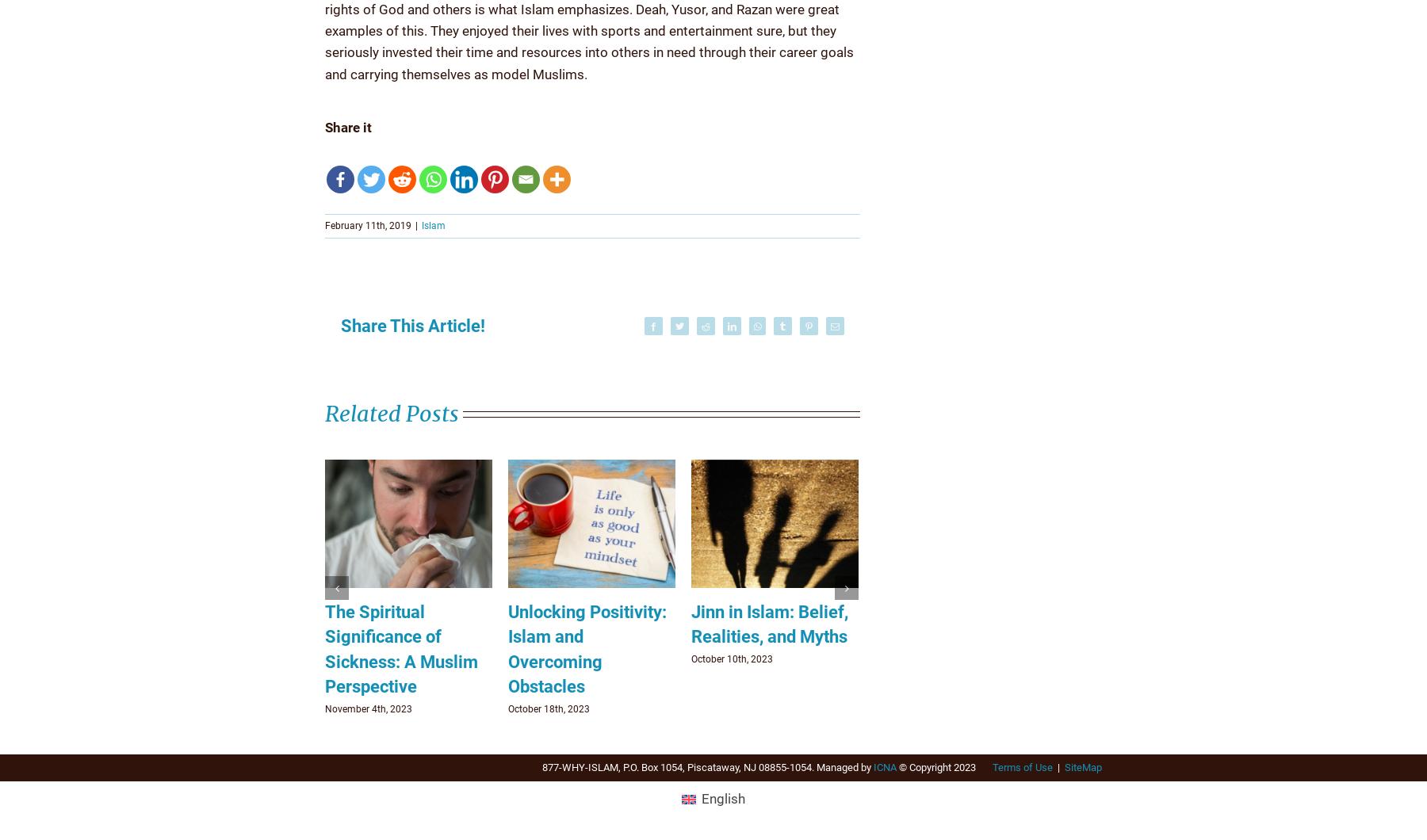 This screenshot has width=1427, height=840. What do you see at coordinates (325, 411) in the screenshot?
I see `'Related Posts'` at bounding box center [325, 411].